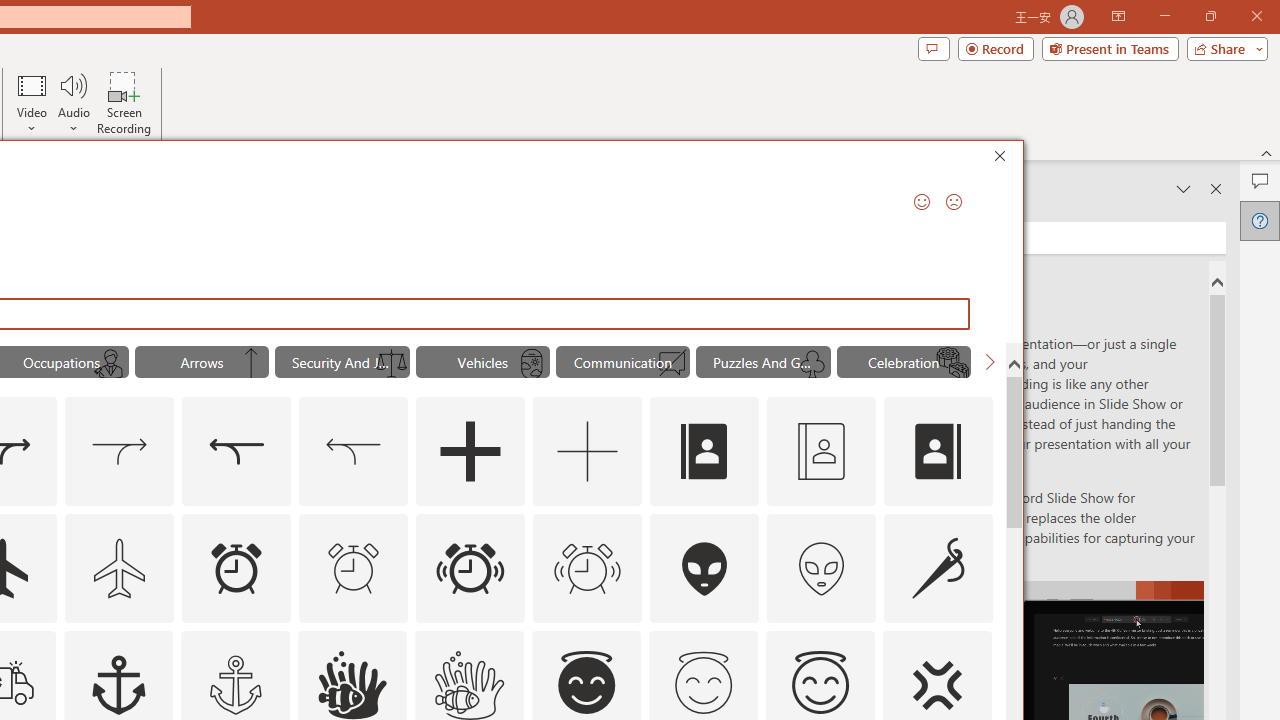  What do you see at coordinates (110, 364) in the screenshot?
I see `'AutomationID: Icons_JudgeMale_M'` at bounding box center [110, 364].